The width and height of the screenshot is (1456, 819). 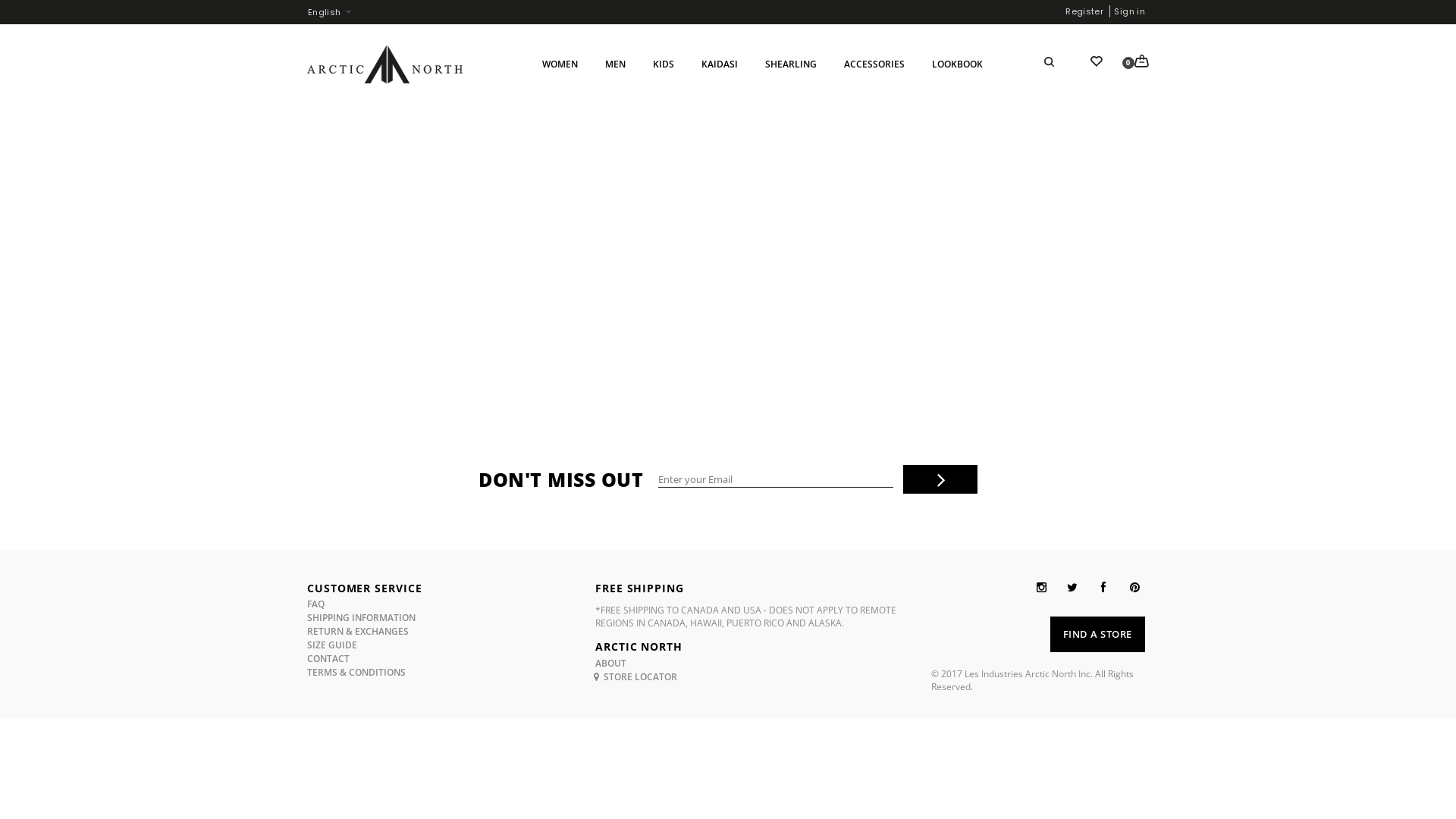 I want to click on 'RETURN & EXCHANGES', so click(x=356, y=631).